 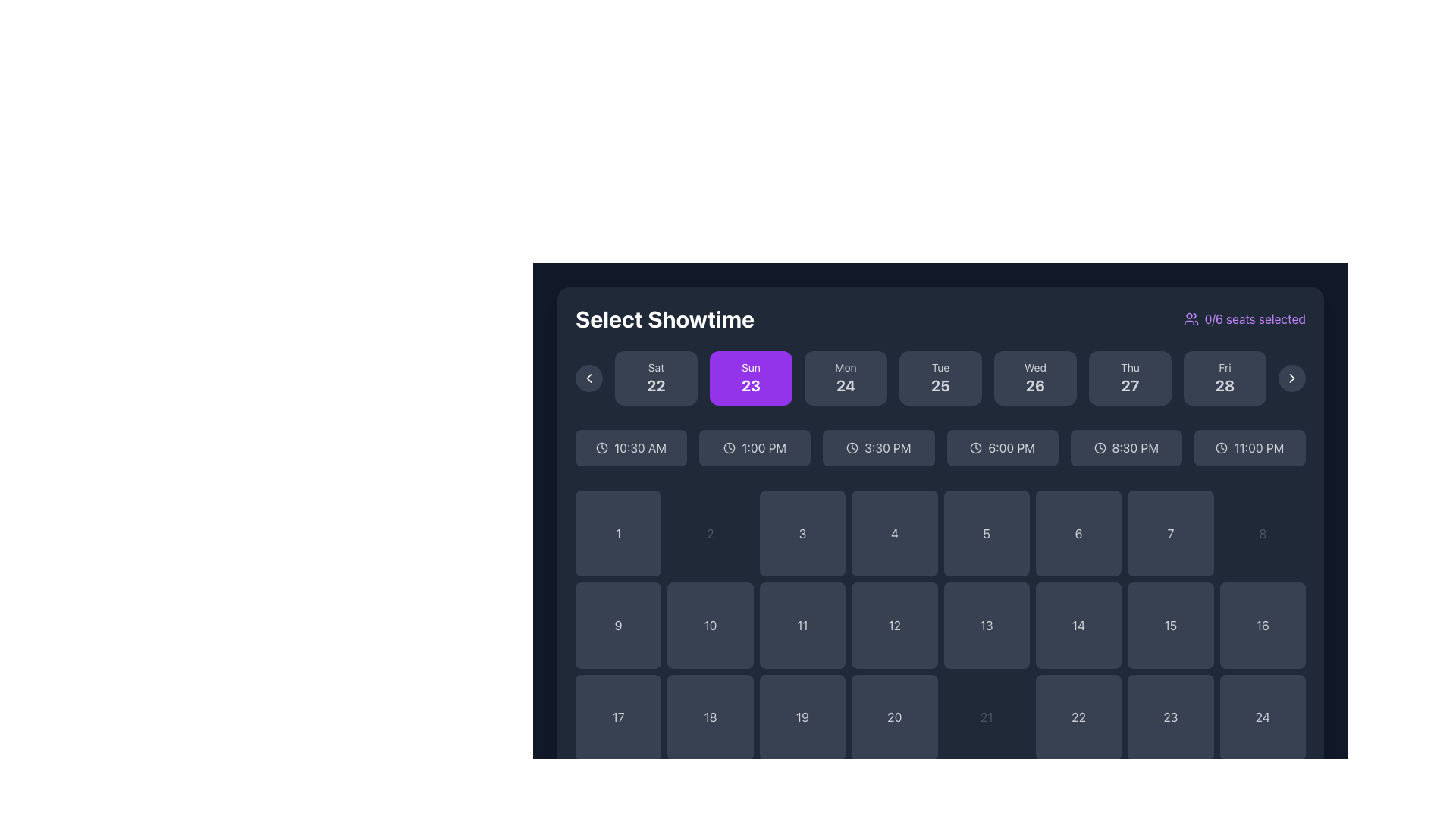 What do you see at coordinates (755, 447) in the screenshot?
I see `the '1:00 PM' button, which is the second button in the time selection group under 'Select Showtime'` at bounding box center [755, 447].